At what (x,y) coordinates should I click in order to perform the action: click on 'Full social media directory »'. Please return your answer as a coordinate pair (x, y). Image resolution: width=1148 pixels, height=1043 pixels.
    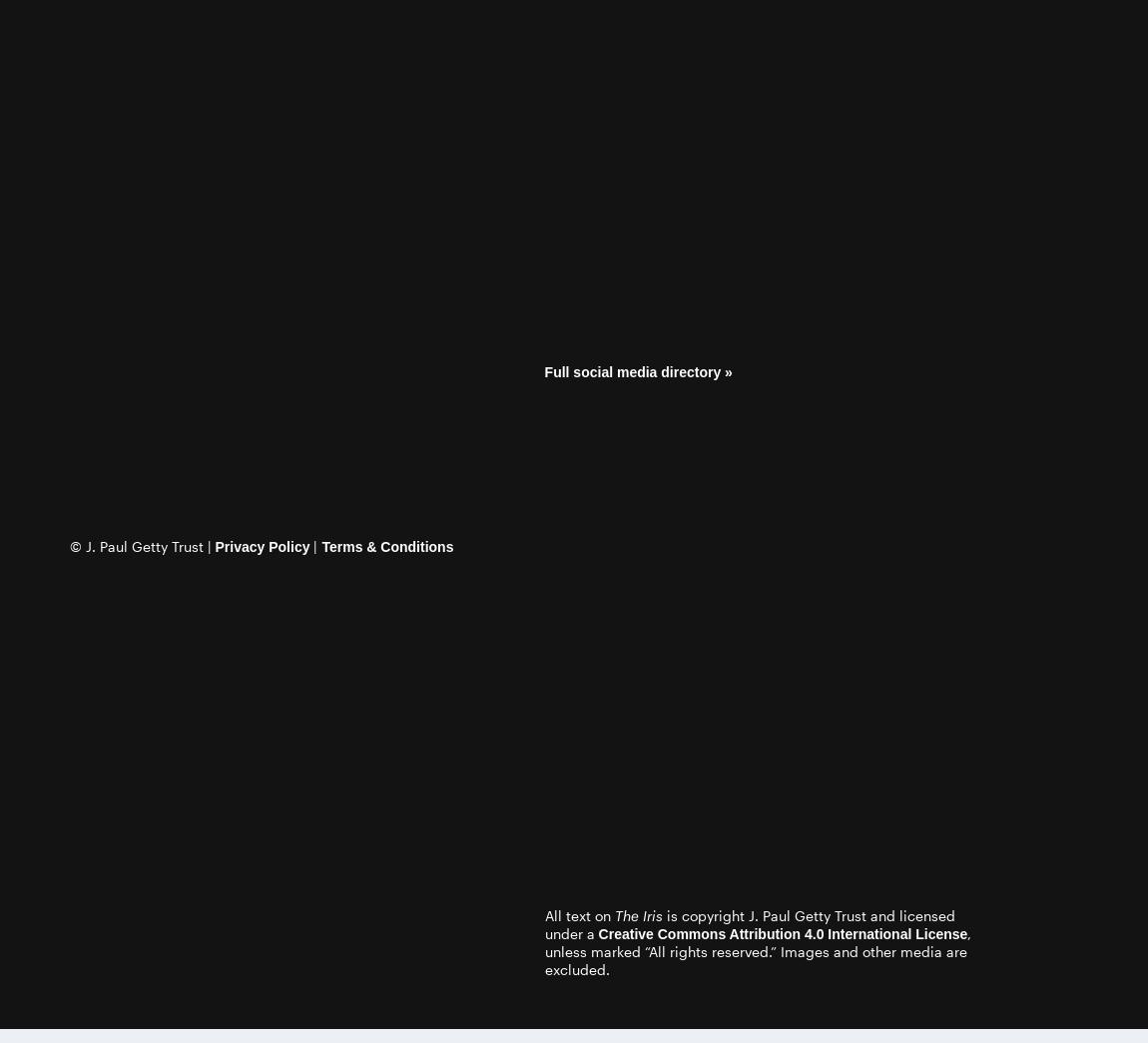
    Looking at the image, I should click on (637, 370).